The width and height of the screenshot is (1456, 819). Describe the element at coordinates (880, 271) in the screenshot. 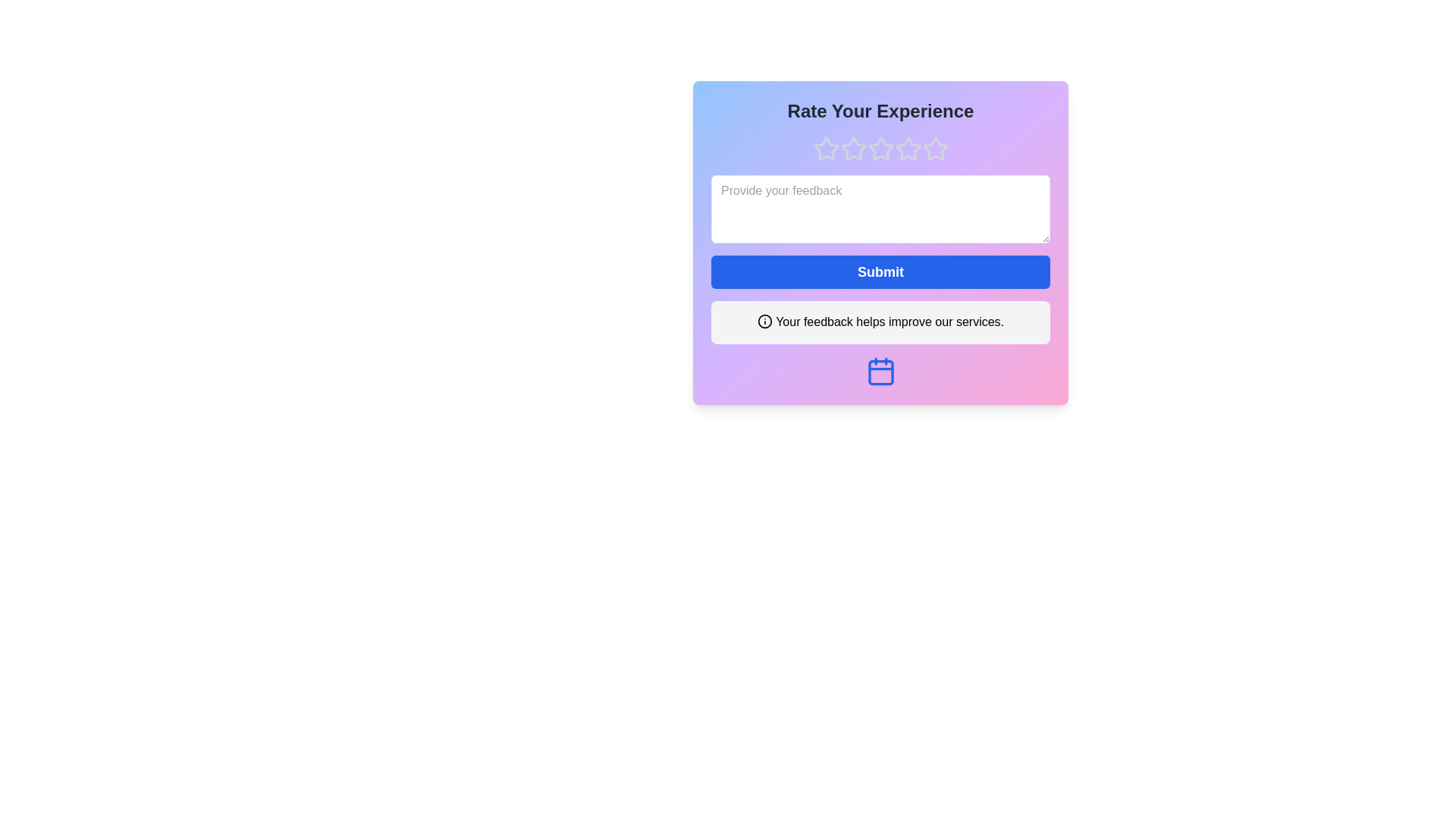

I see `the submit button to submit the rating and feedback` at that location.